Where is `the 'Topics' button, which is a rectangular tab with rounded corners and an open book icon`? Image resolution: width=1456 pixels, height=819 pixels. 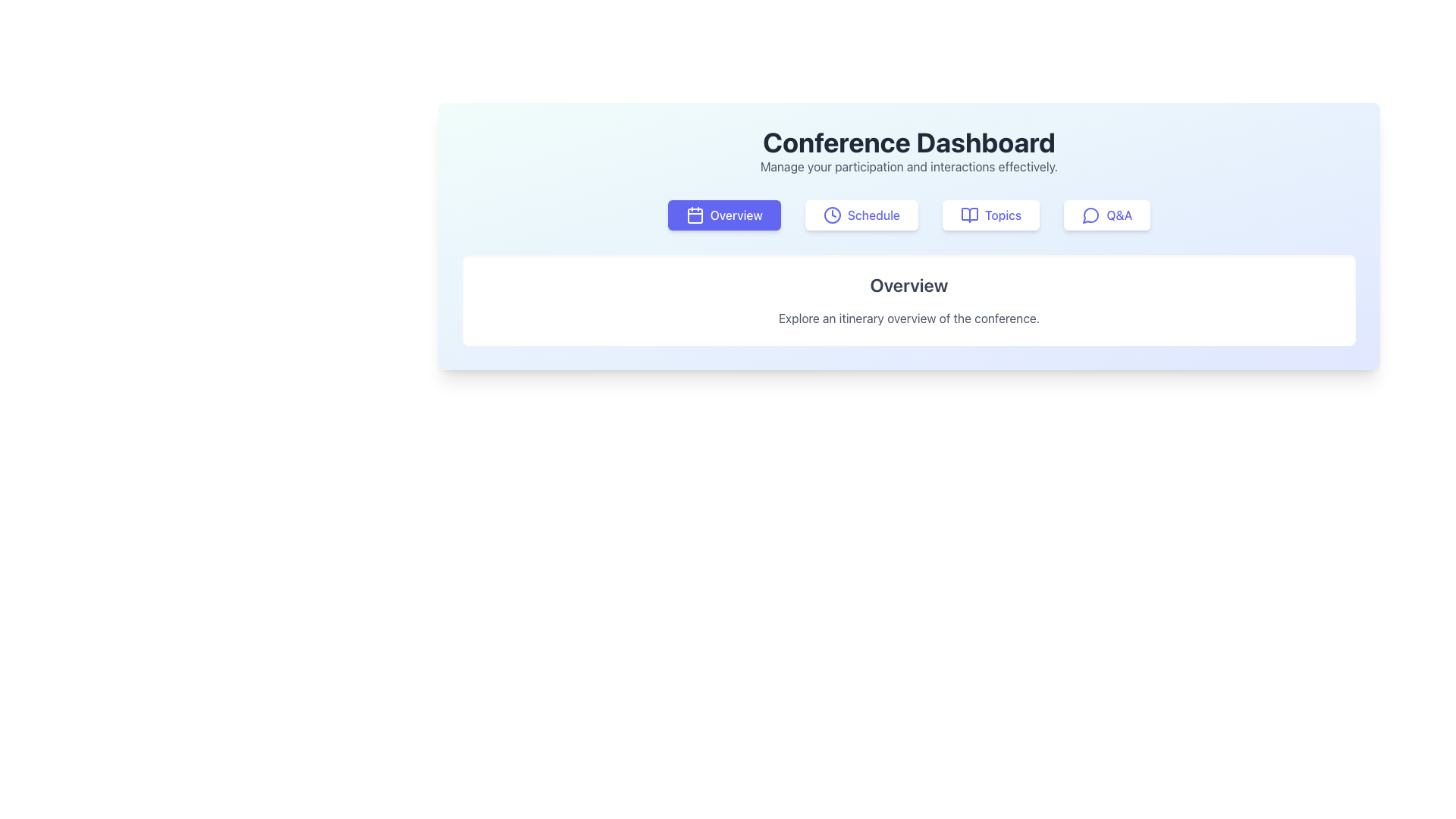 the 'Topics' button, which is a rectangular tab with rounded corners and an open book icon is located at coordinates (991, 215).